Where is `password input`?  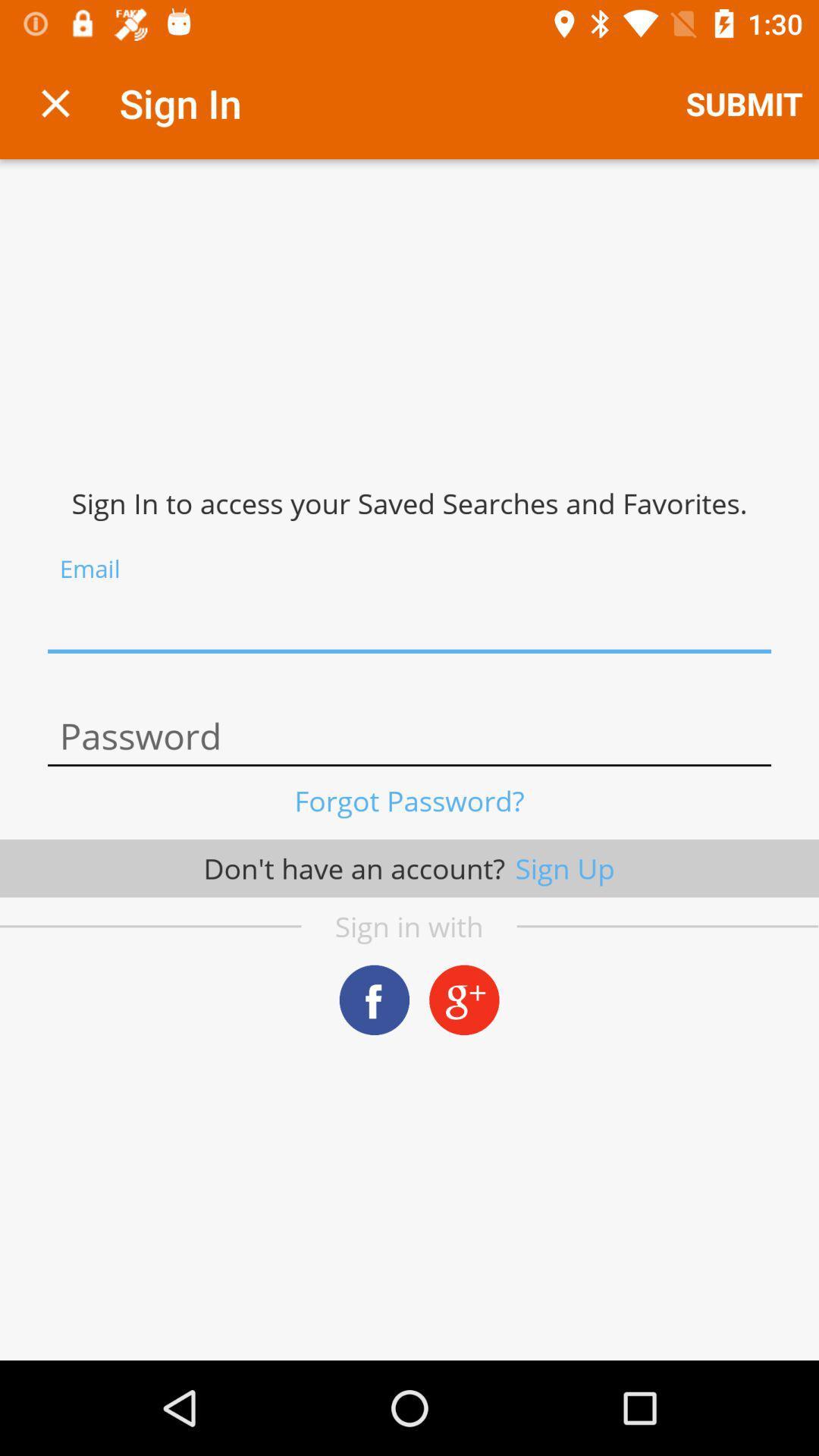 password input is located at coordinates (409, 736).